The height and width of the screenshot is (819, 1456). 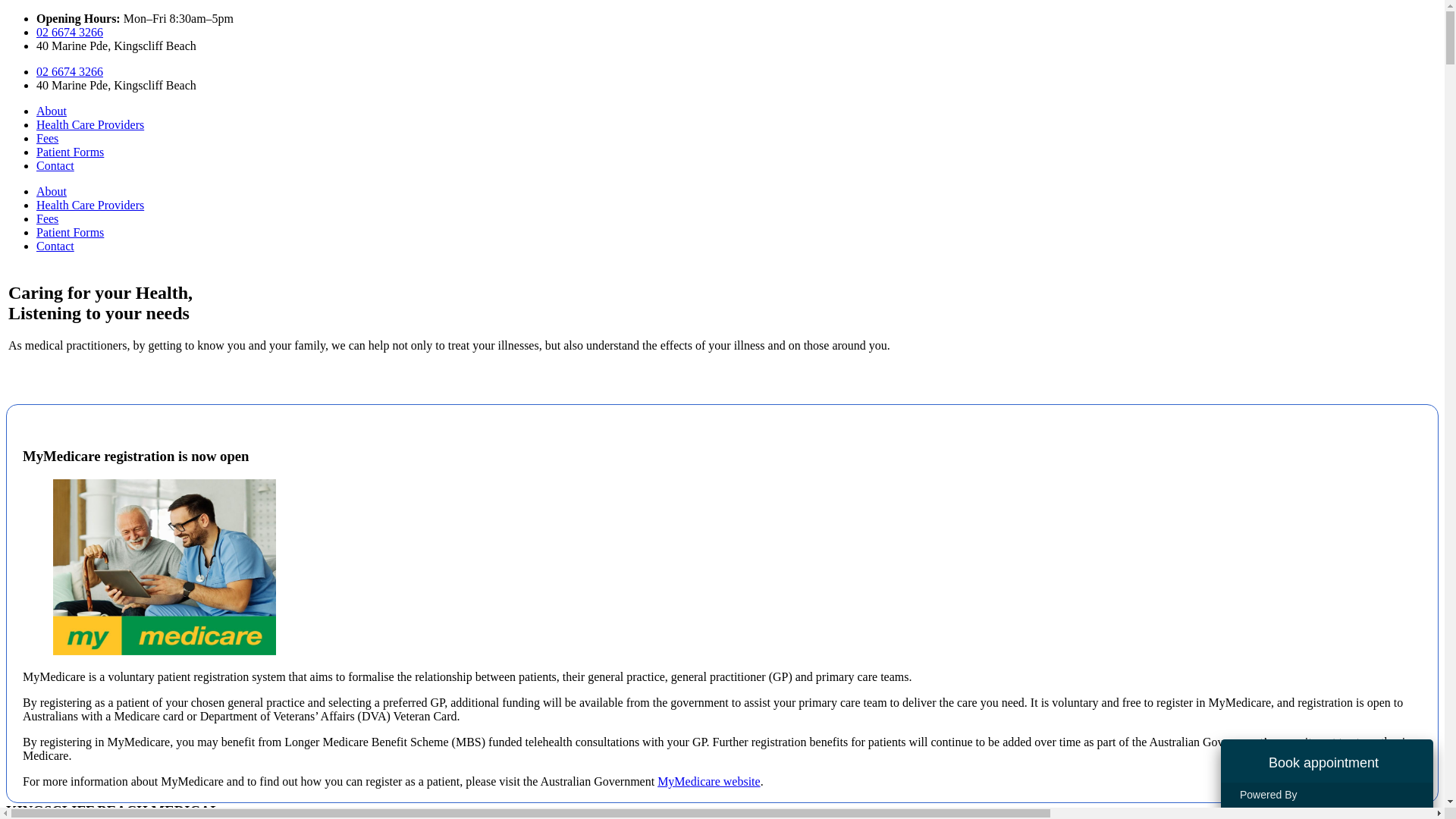 What do you see at coordinates (36, 152) in the screenshot?
I see `'Patient Forms'` at bounding box center [36, 152].